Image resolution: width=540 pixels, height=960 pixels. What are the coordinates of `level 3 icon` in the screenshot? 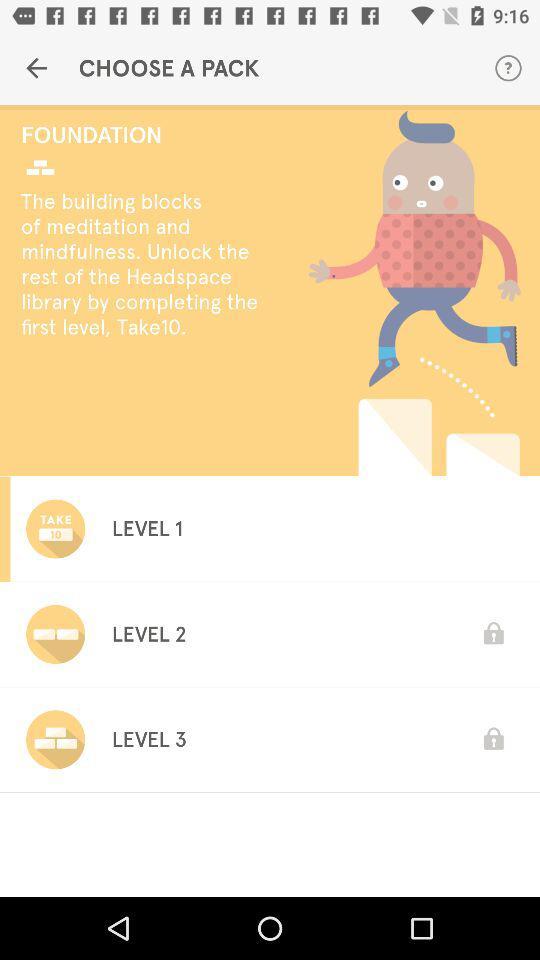 It's located at (148, 738).